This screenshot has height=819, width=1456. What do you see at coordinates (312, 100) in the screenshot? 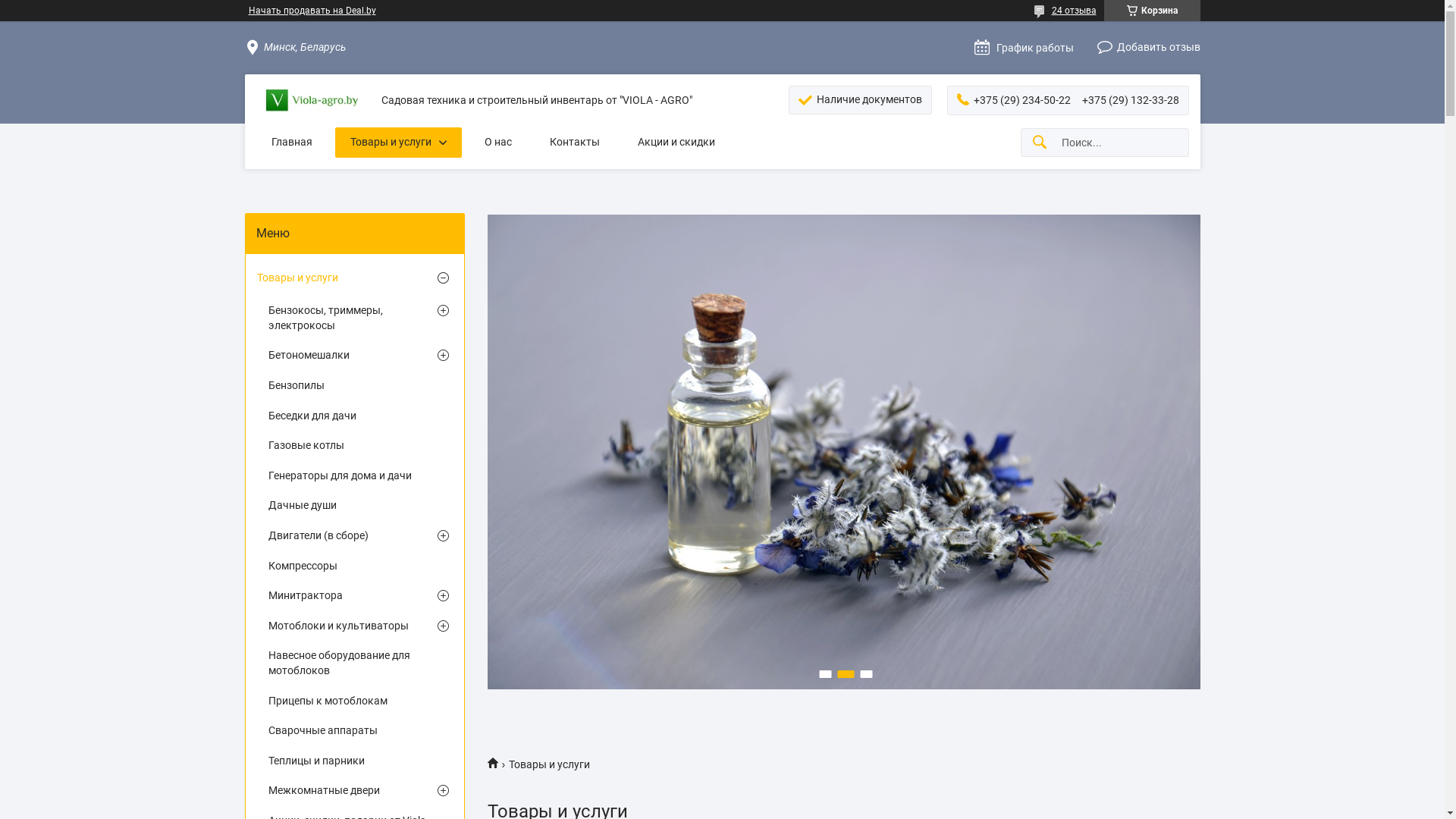
I see `'Viola-Agro'` at bounding box center [312, 100].